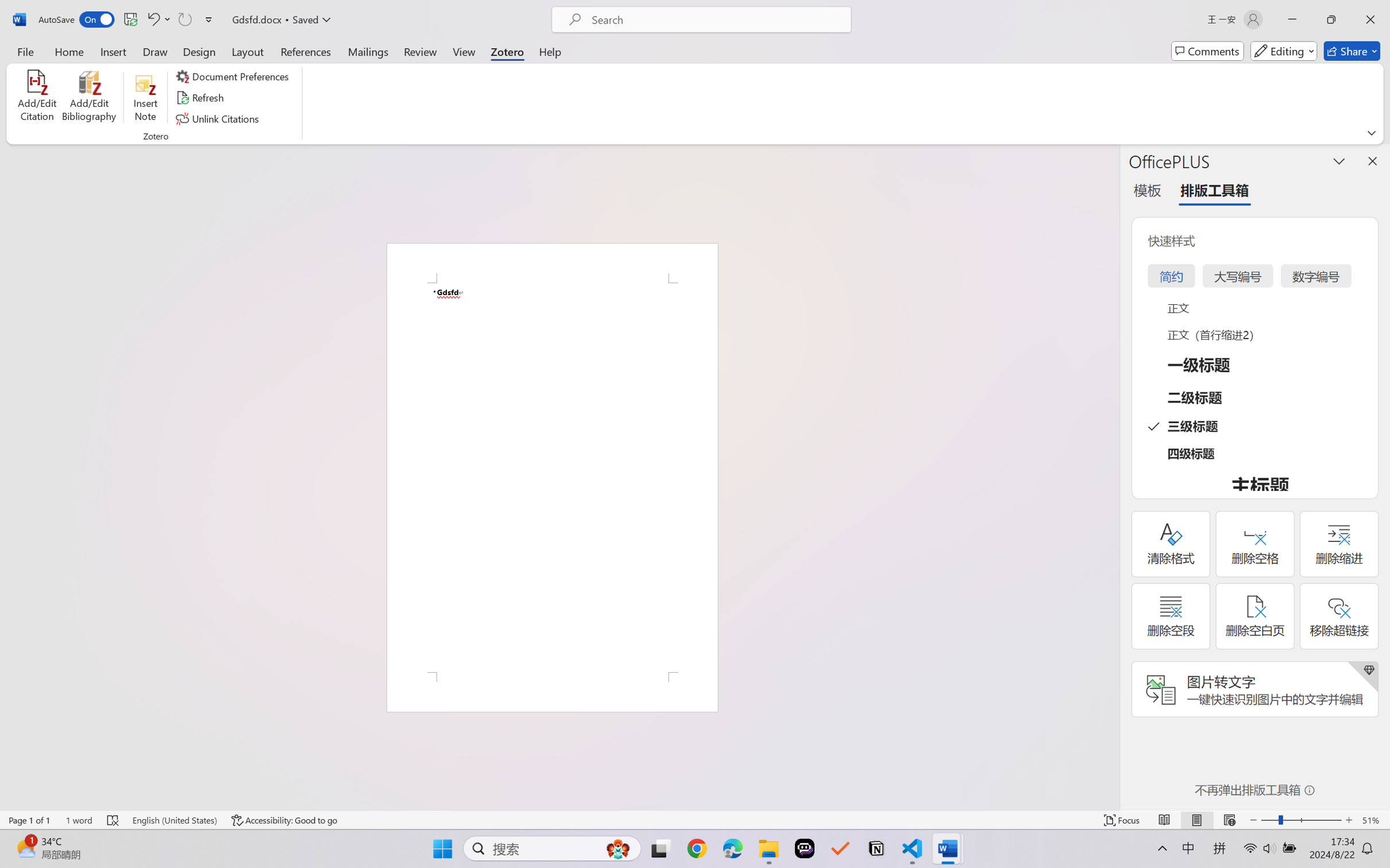  I want to click on 'Insert Note', so click(145, 98).